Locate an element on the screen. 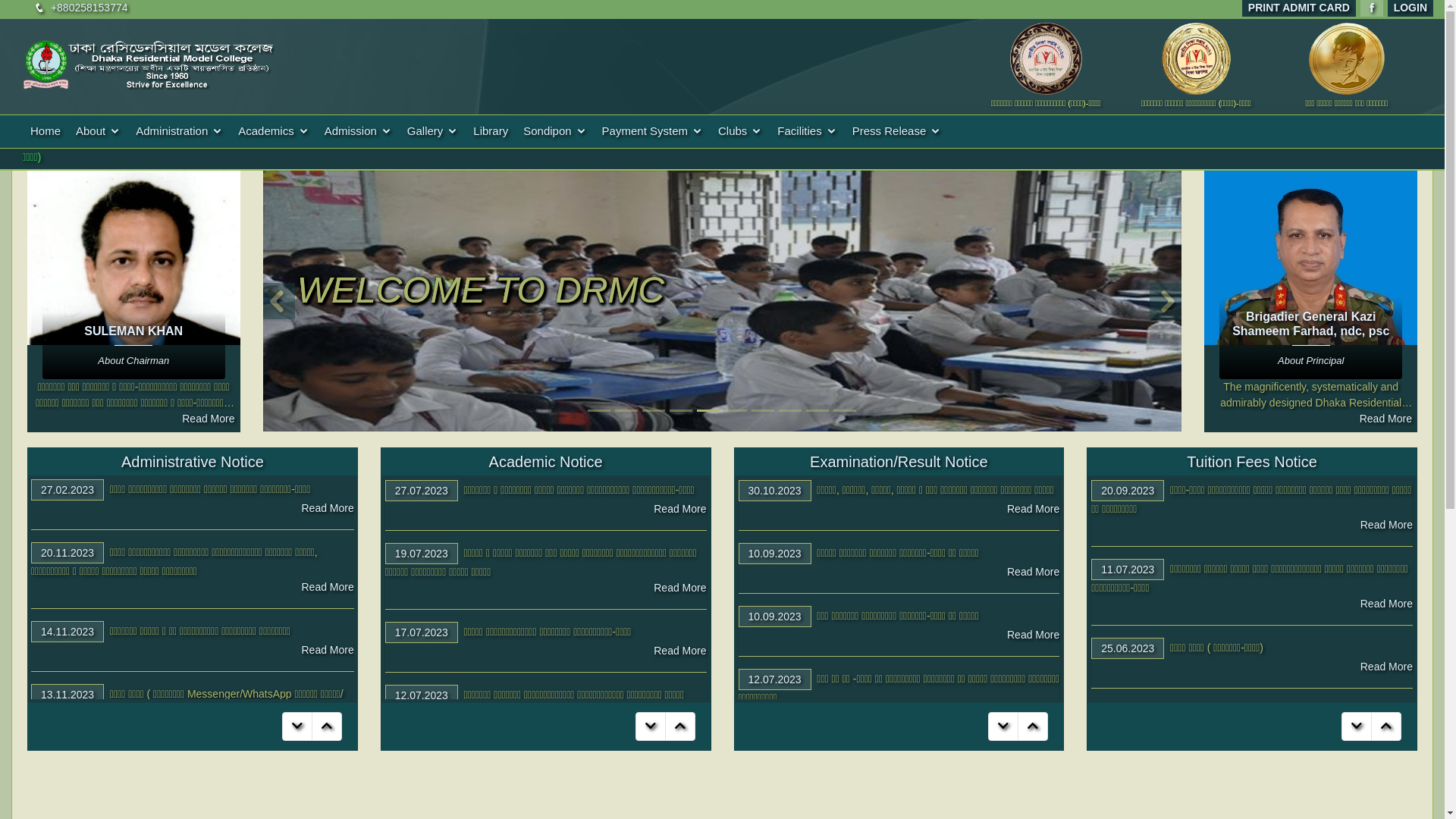  'About Principal' is located at coordinates (1310, 360).